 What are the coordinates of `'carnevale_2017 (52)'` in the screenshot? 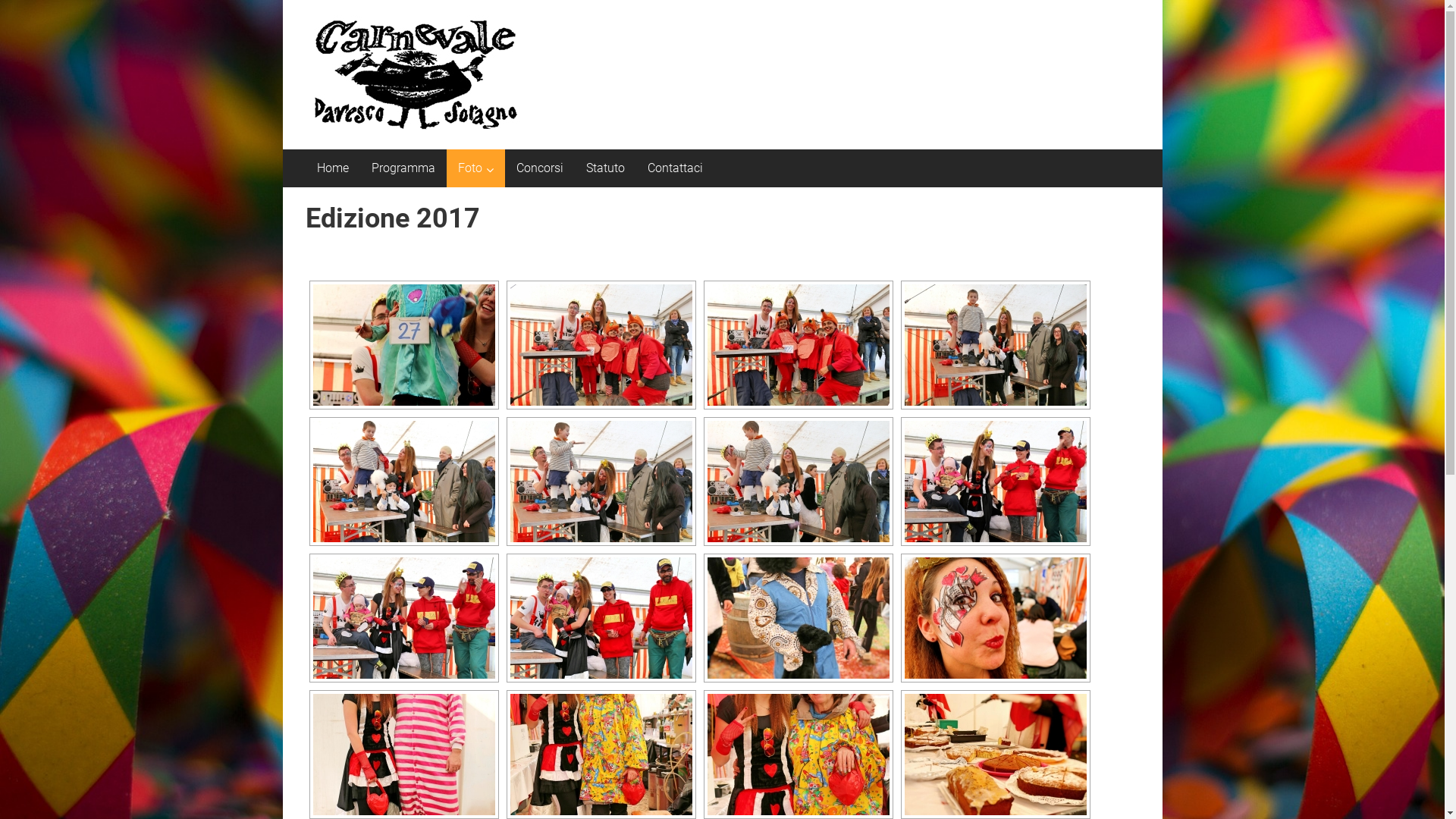 It's located at (403, 755).